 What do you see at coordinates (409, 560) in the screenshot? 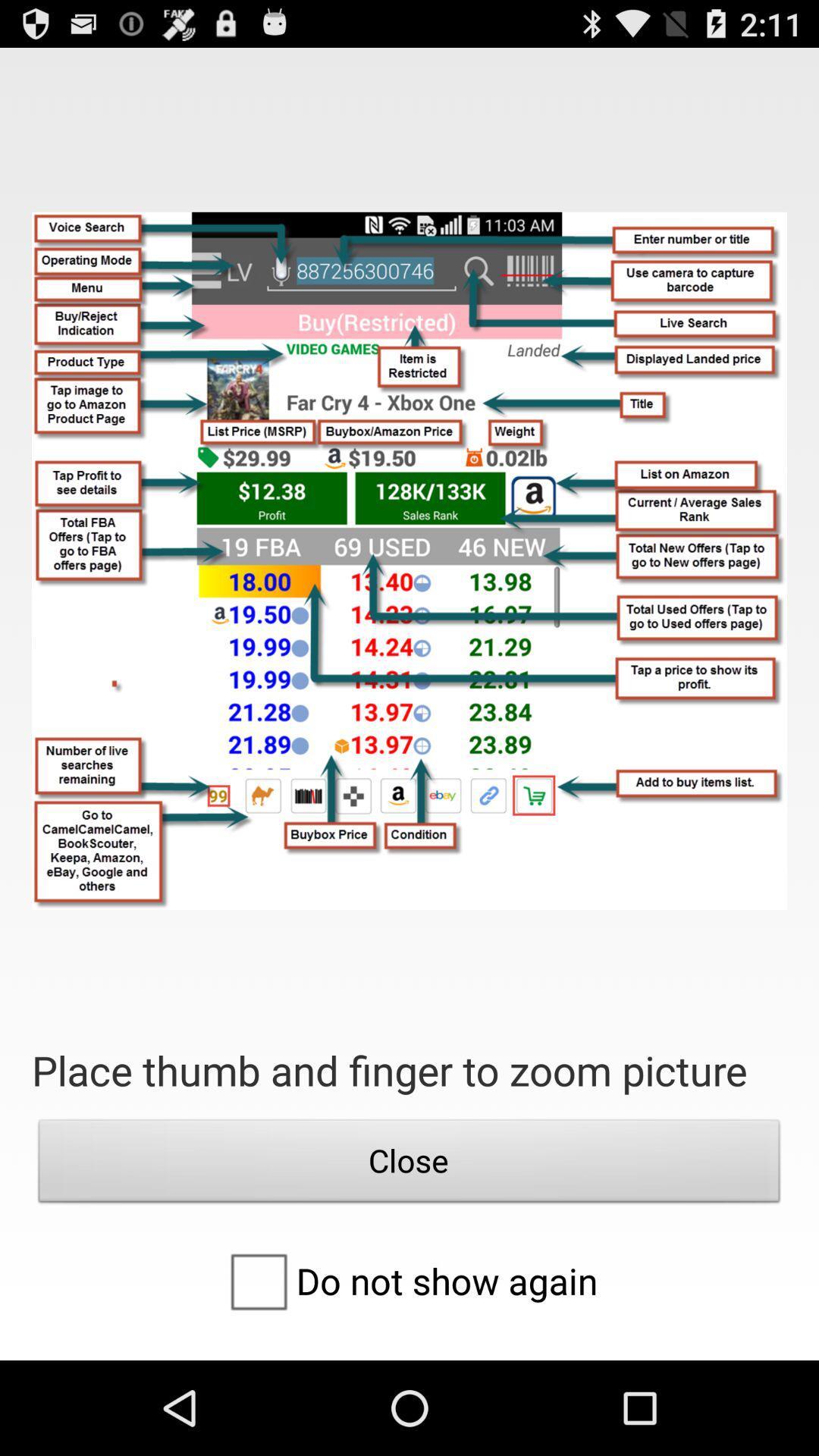
I see `item above place thumb and` at bounding box center [409, 560].